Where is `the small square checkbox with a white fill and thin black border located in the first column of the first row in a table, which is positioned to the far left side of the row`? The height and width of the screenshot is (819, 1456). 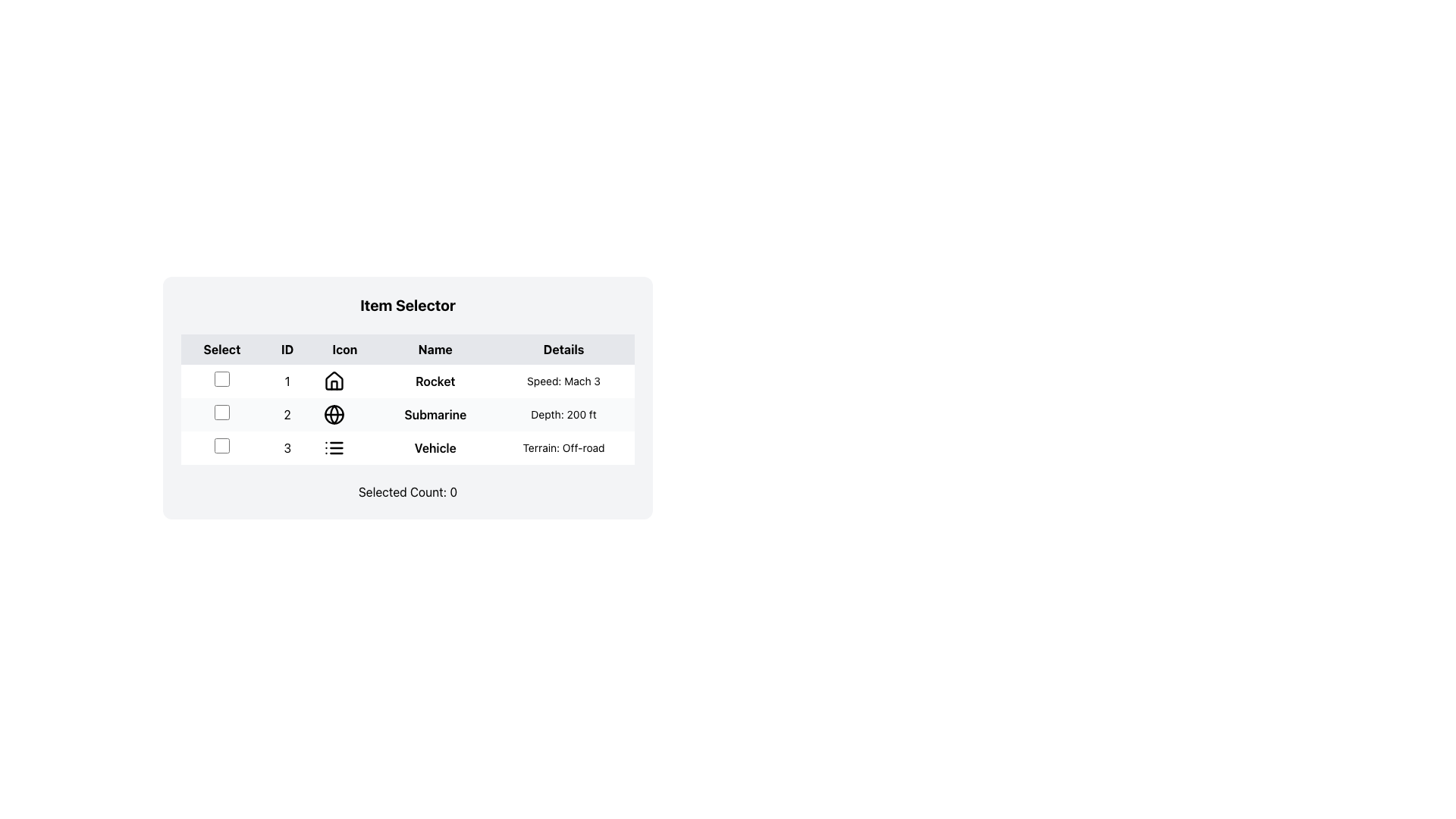
the small square checkbox with a white fill and thin black border located in the first column of the first row in a table, which is positioned to the far left side of the row is located at coordinates (221, 380).